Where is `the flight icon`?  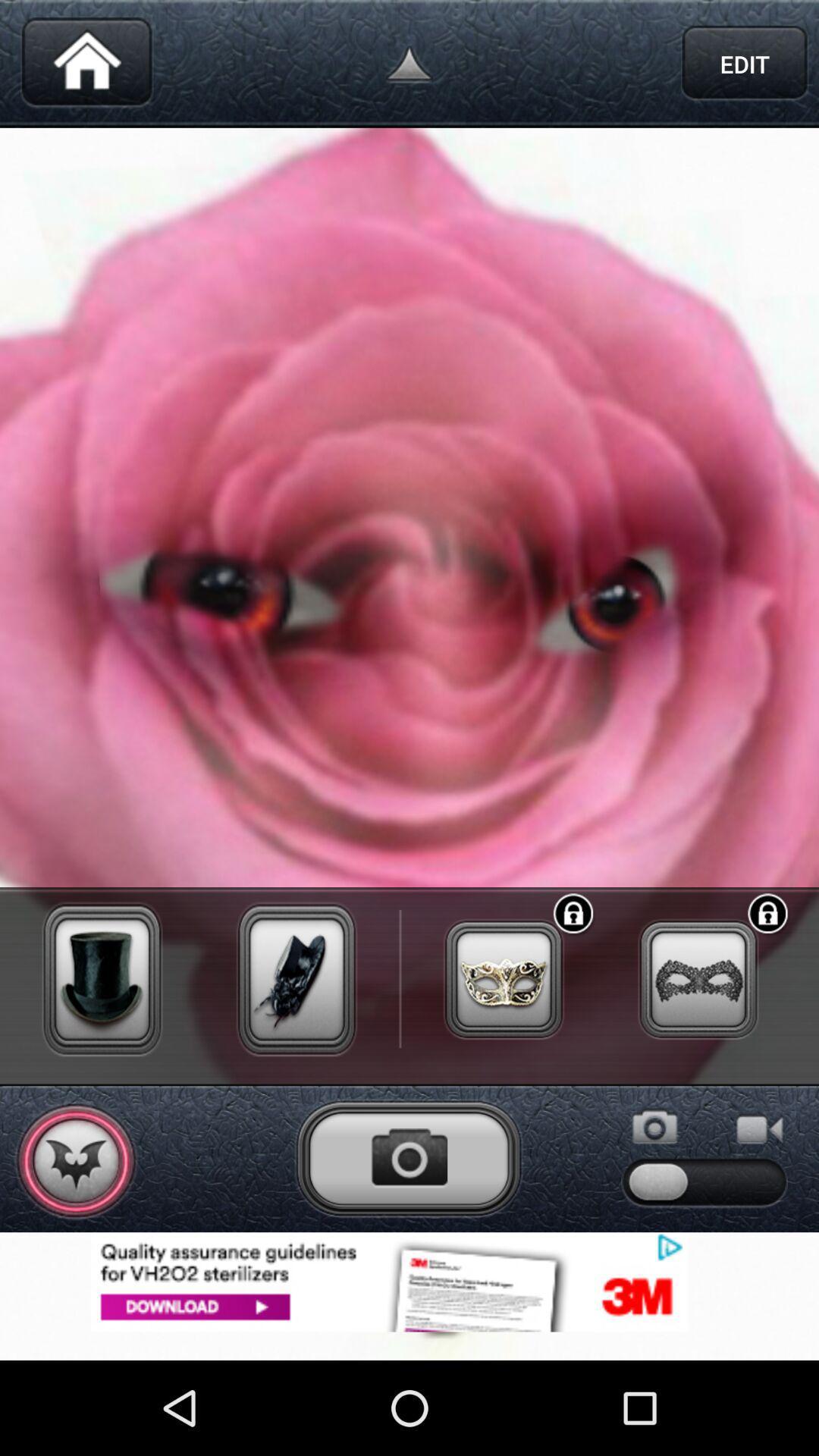 the flight icon is located at coordinates (76, 1242).